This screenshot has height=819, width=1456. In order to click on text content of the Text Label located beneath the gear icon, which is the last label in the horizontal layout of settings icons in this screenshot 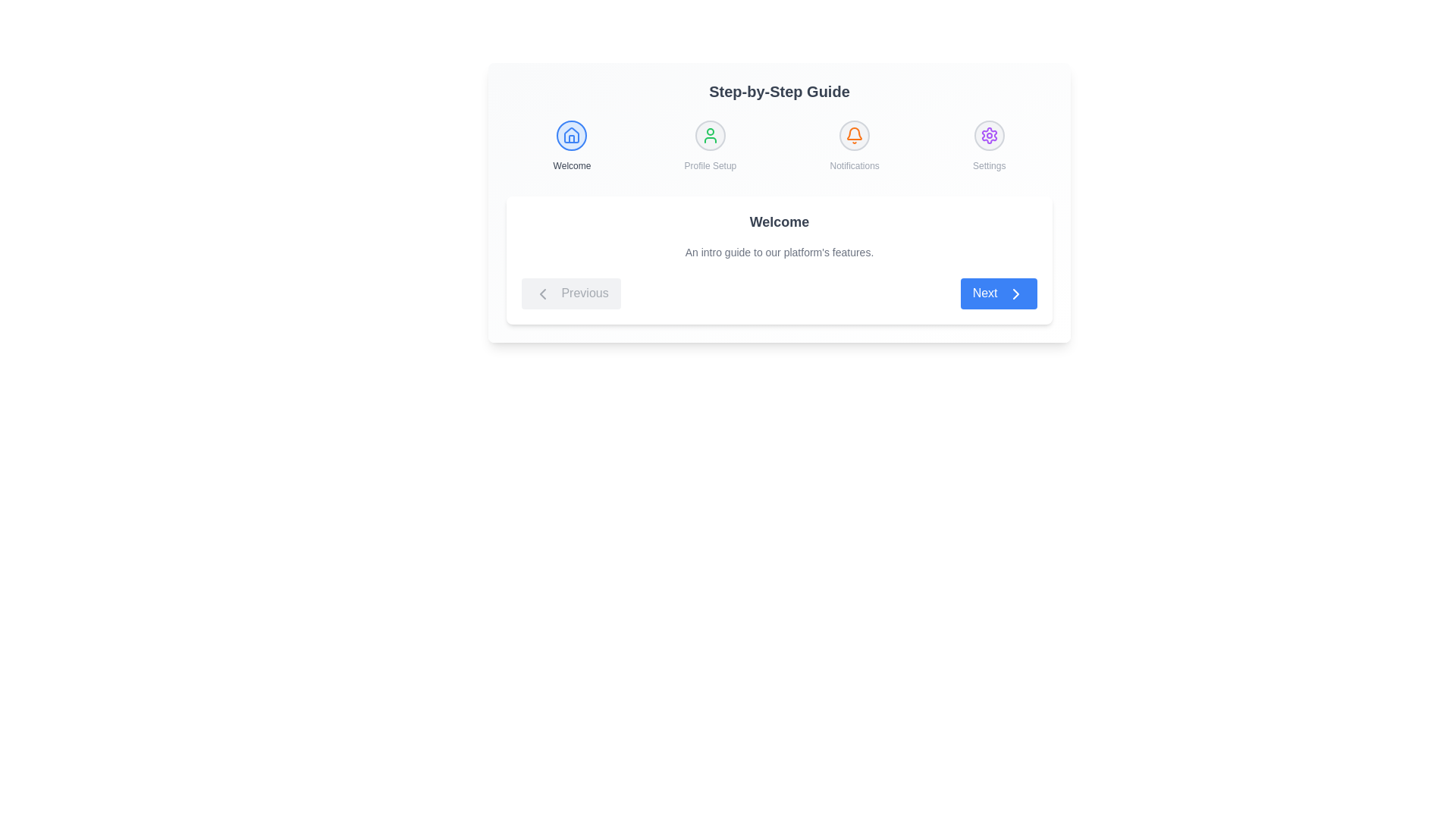, I will do `click(989, 166)`.